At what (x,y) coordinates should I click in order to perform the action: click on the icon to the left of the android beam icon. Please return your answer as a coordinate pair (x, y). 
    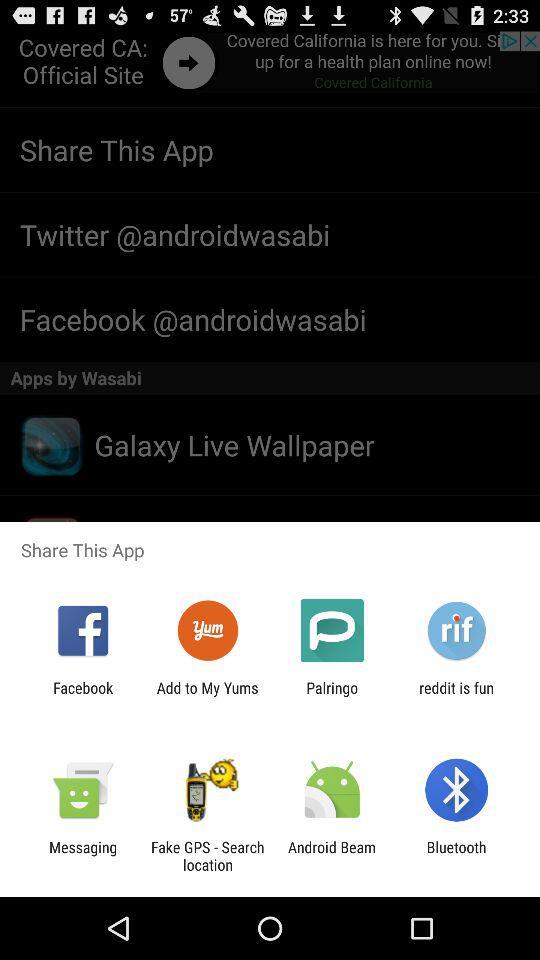
    Looking at the image, I should click on (206, 855).